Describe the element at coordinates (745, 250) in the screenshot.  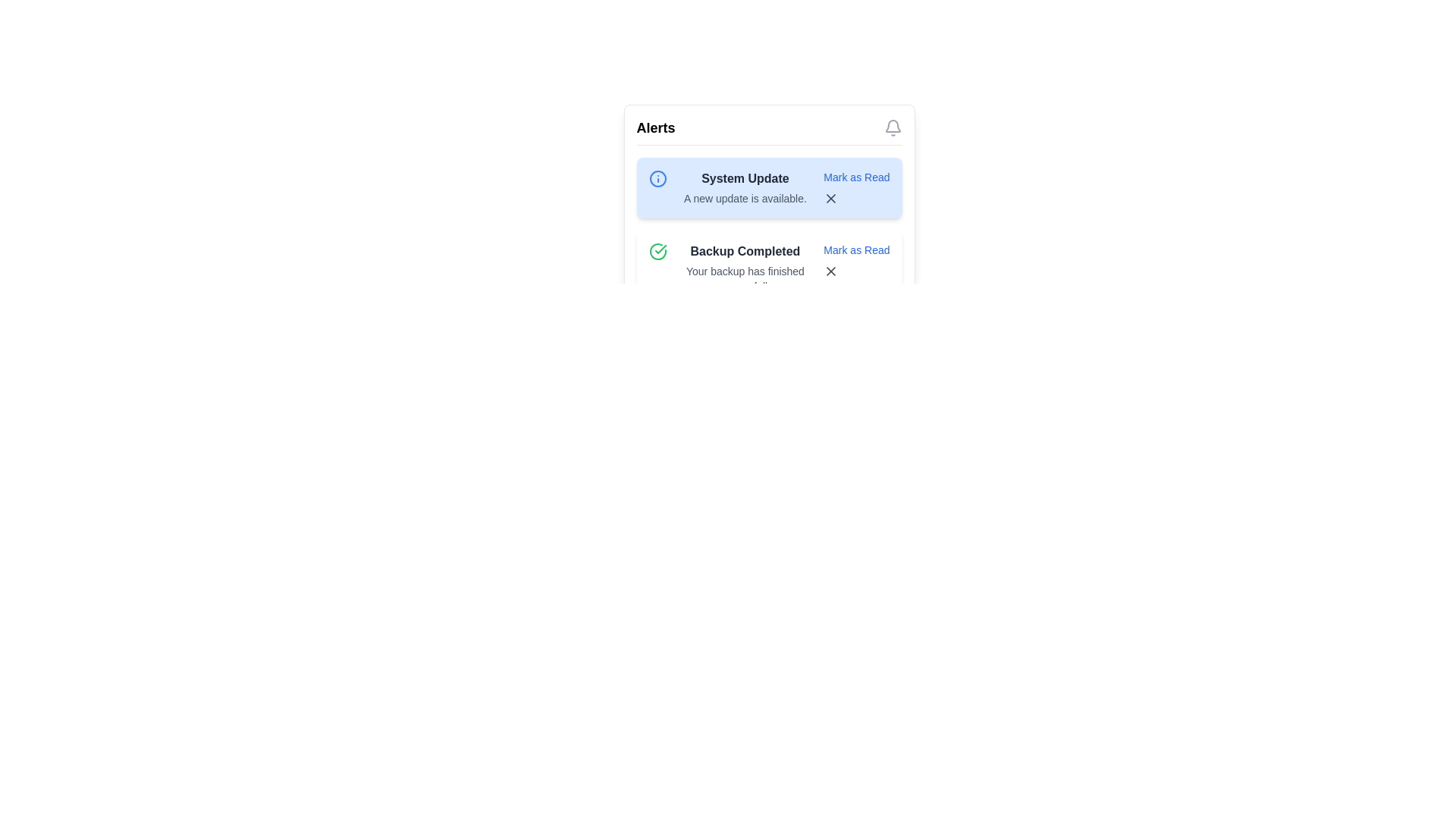
I see `the bold text label reading 'Backup Completed' located in the second notification card of the 'Alerts' panel` at that location.